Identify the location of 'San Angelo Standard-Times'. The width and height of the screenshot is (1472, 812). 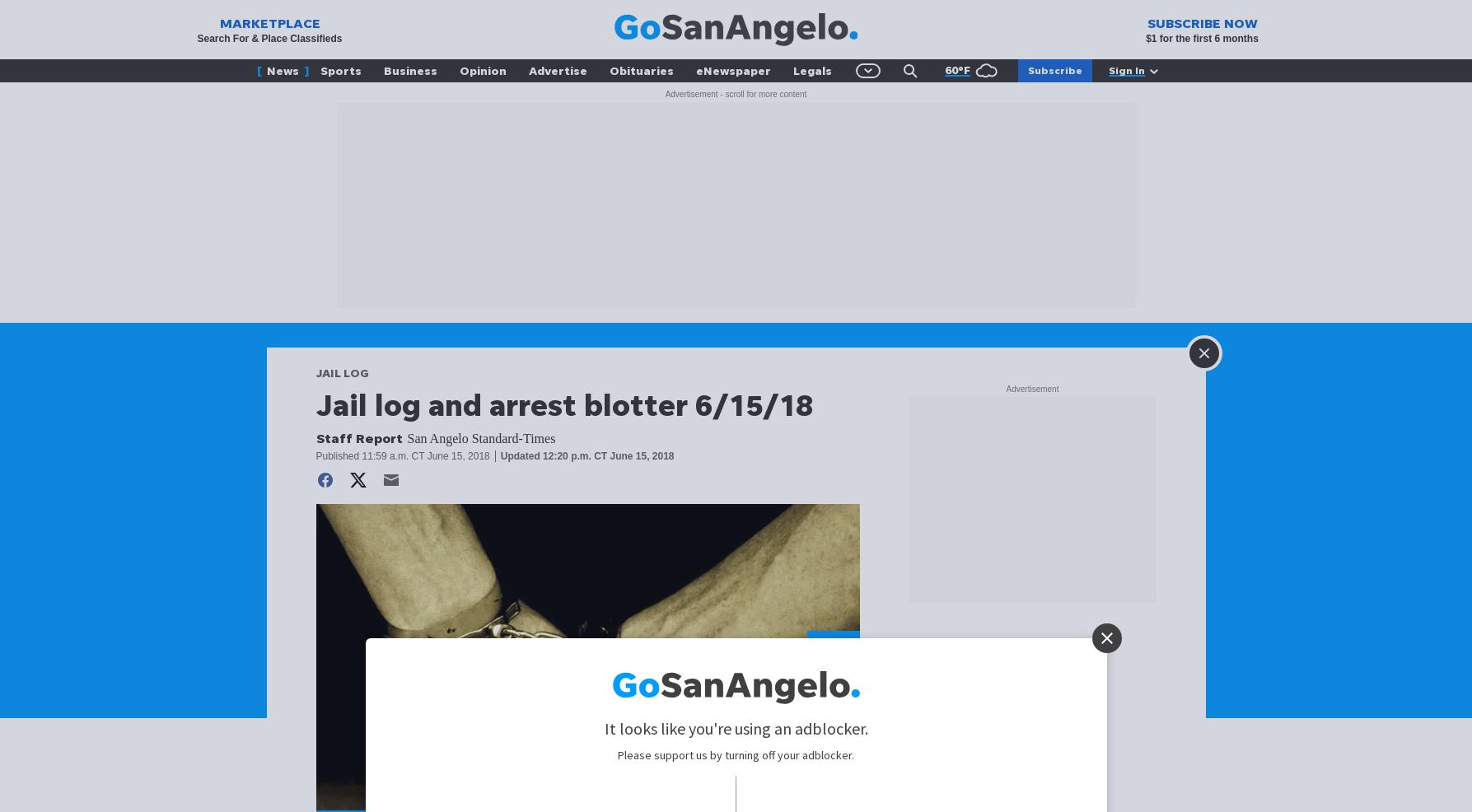
(479, 437).